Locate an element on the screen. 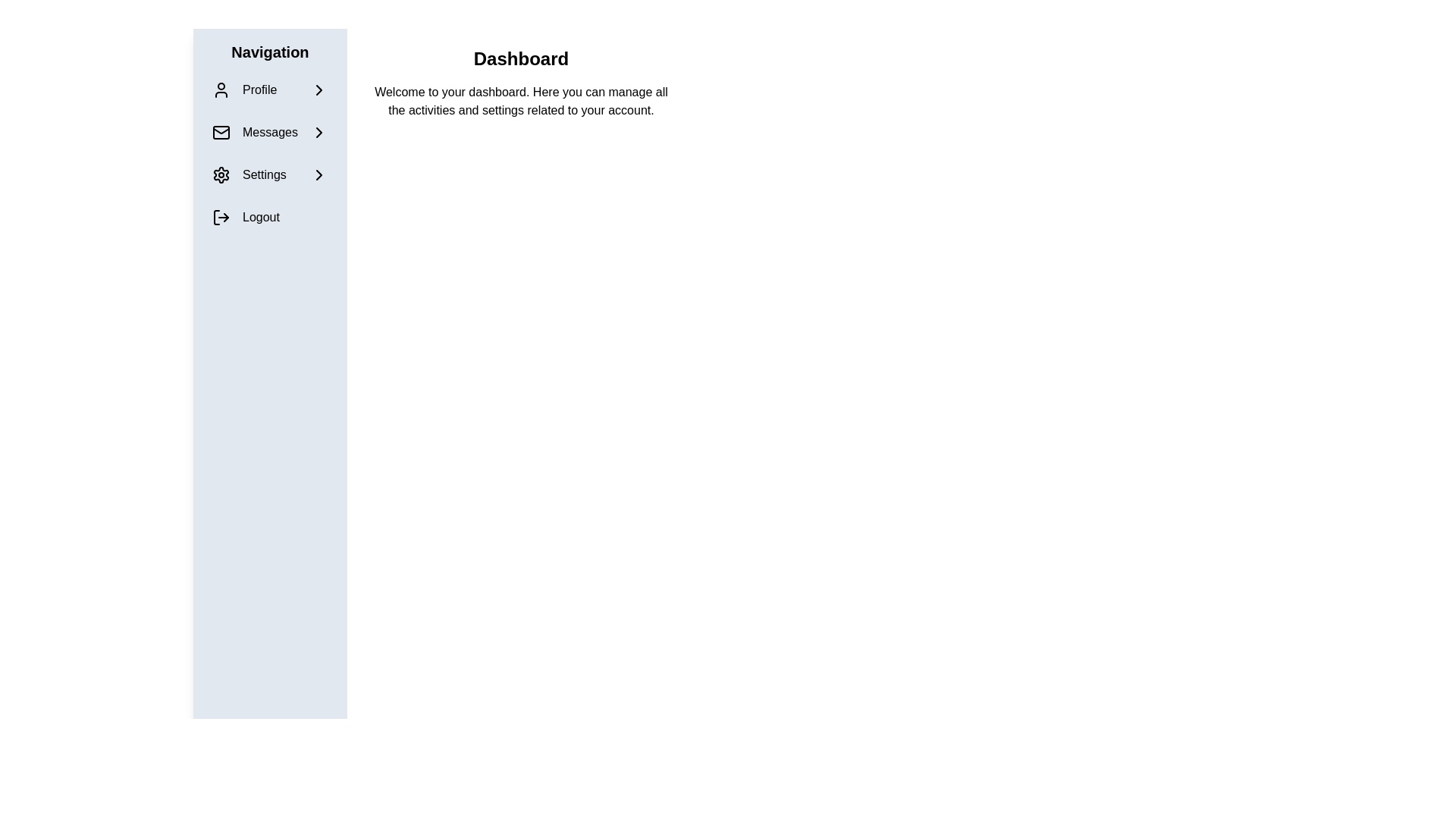 The height and width of the screenshot is (819, 1456). the text block that reads 'Welcome to your dashboard. Here you can manage all the activities and settings related to your account.', which is located below the 'Dashboard' header is located at coordinates (521, 102).